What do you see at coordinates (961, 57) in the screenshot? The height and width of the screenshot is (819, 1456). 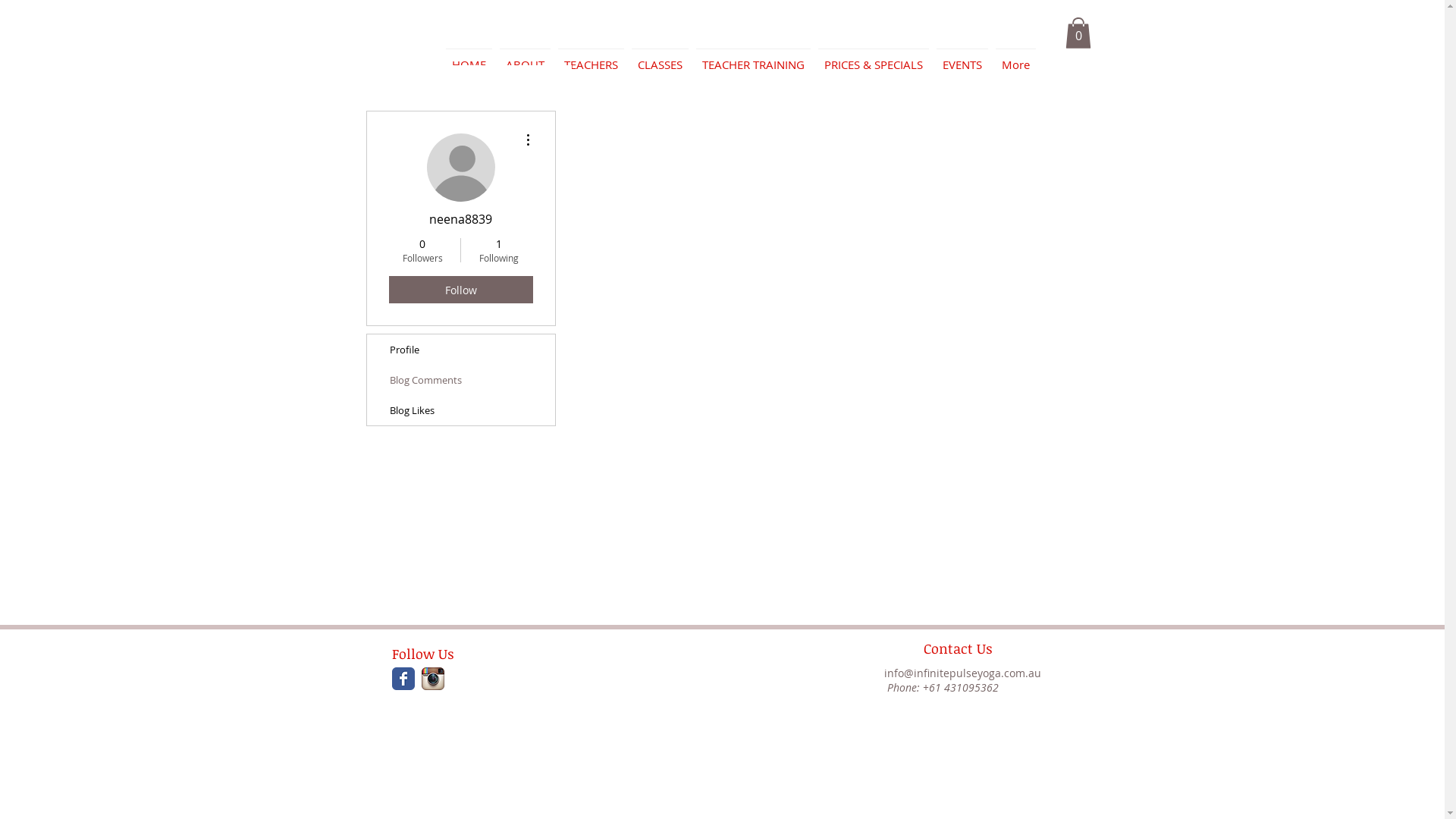 I see `'EVENTS'` at bounding box center [961, 57].